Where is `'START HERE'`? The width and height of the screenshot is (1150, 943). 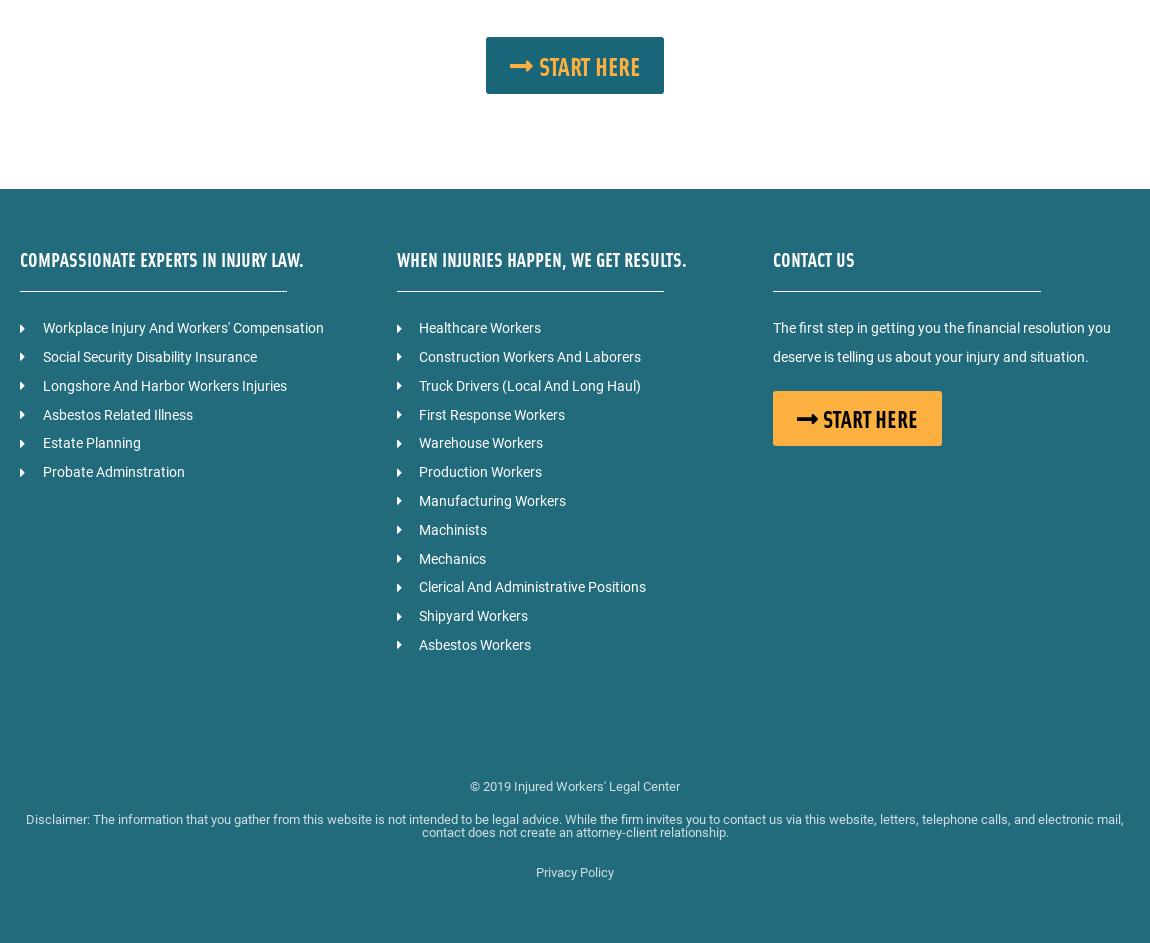 'START HERE' is located at coordinates (870, 417).